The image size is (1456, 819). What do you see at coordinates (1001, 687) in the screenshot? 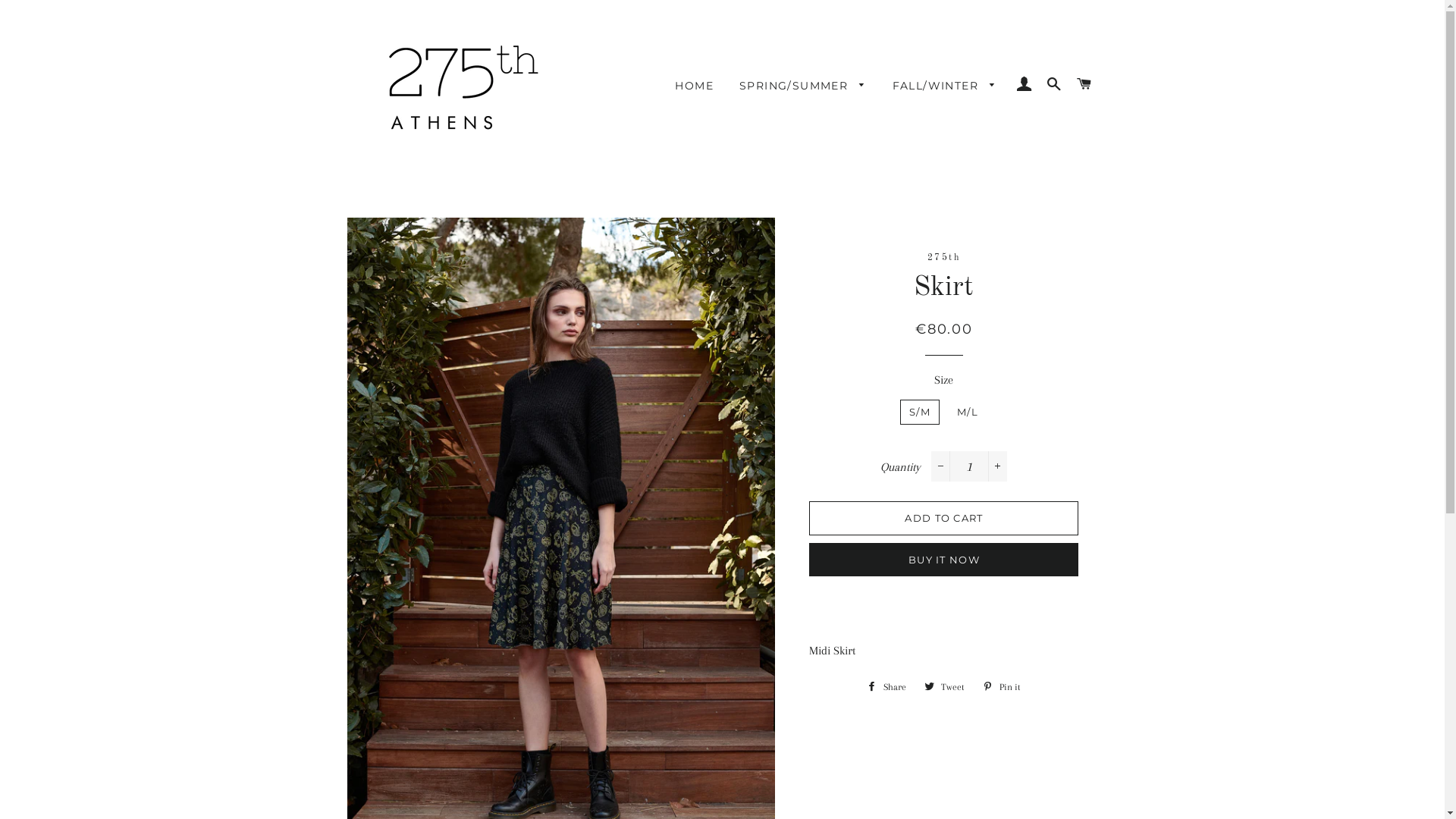
I see `'Pin it` at bounding box center [1001, 687].